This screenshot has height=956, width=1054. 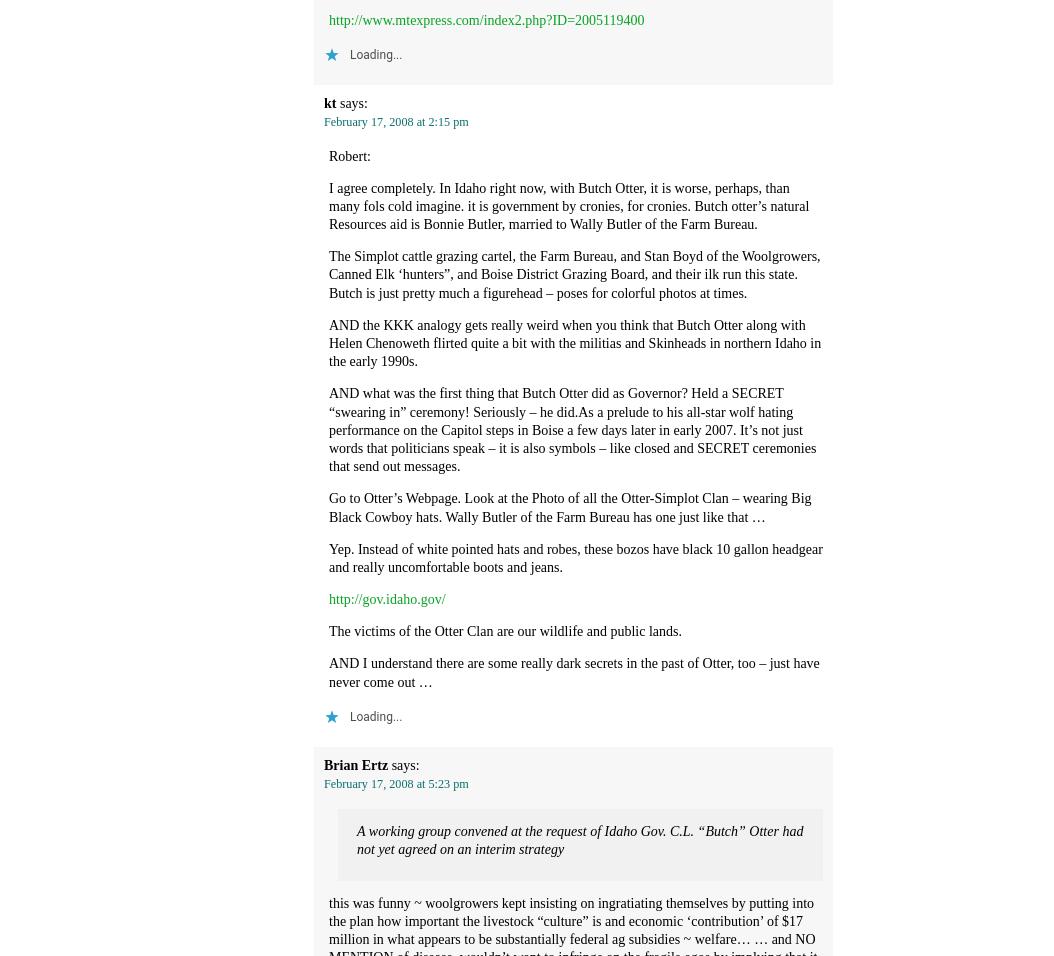 I want to click on 'February 17, 2008 at 5:23 pm', so click(x=323, y=783).